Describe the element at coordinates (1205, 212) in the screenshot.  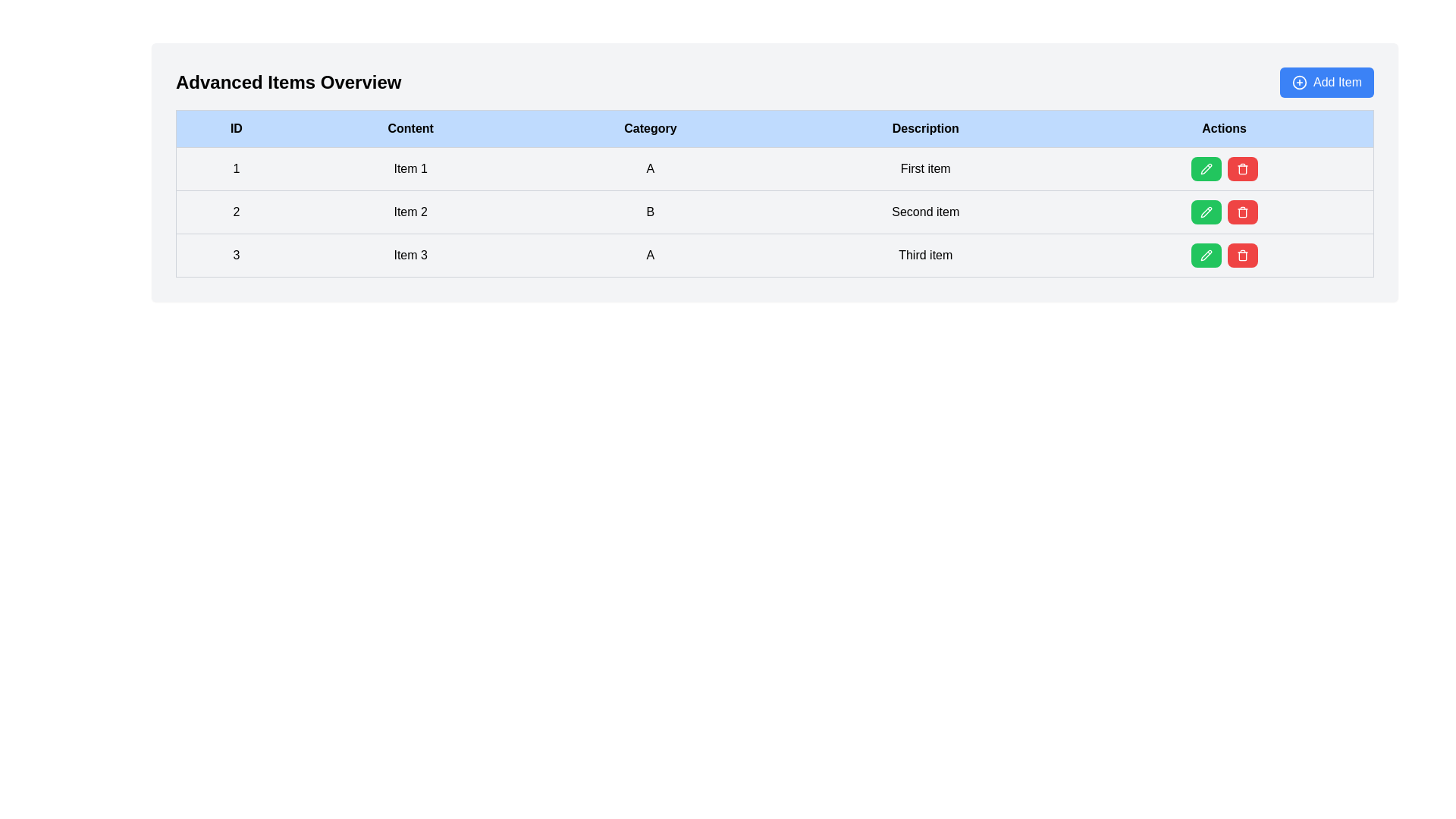
I see `the small pencil icon representing the 'edit' action, located in the 'Actions' column of the second row of the table` at that location.